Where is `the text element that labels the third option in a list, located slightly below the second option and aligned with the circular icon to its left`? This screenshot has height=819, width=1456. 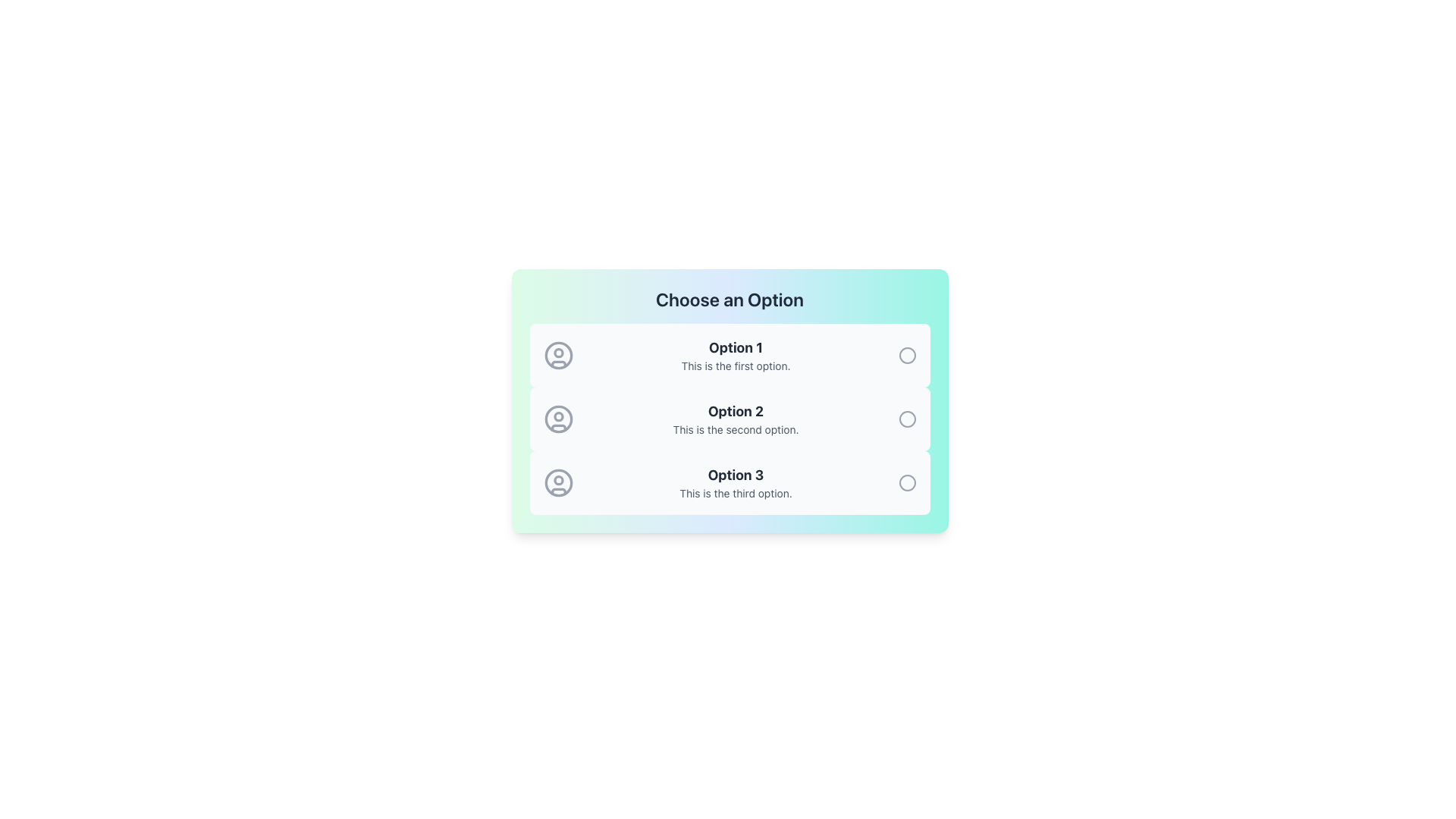
the text element that labels the third option in a list, located slightly below the second option and aligned with the circular icon to its left is located at coordinates (736, 475).